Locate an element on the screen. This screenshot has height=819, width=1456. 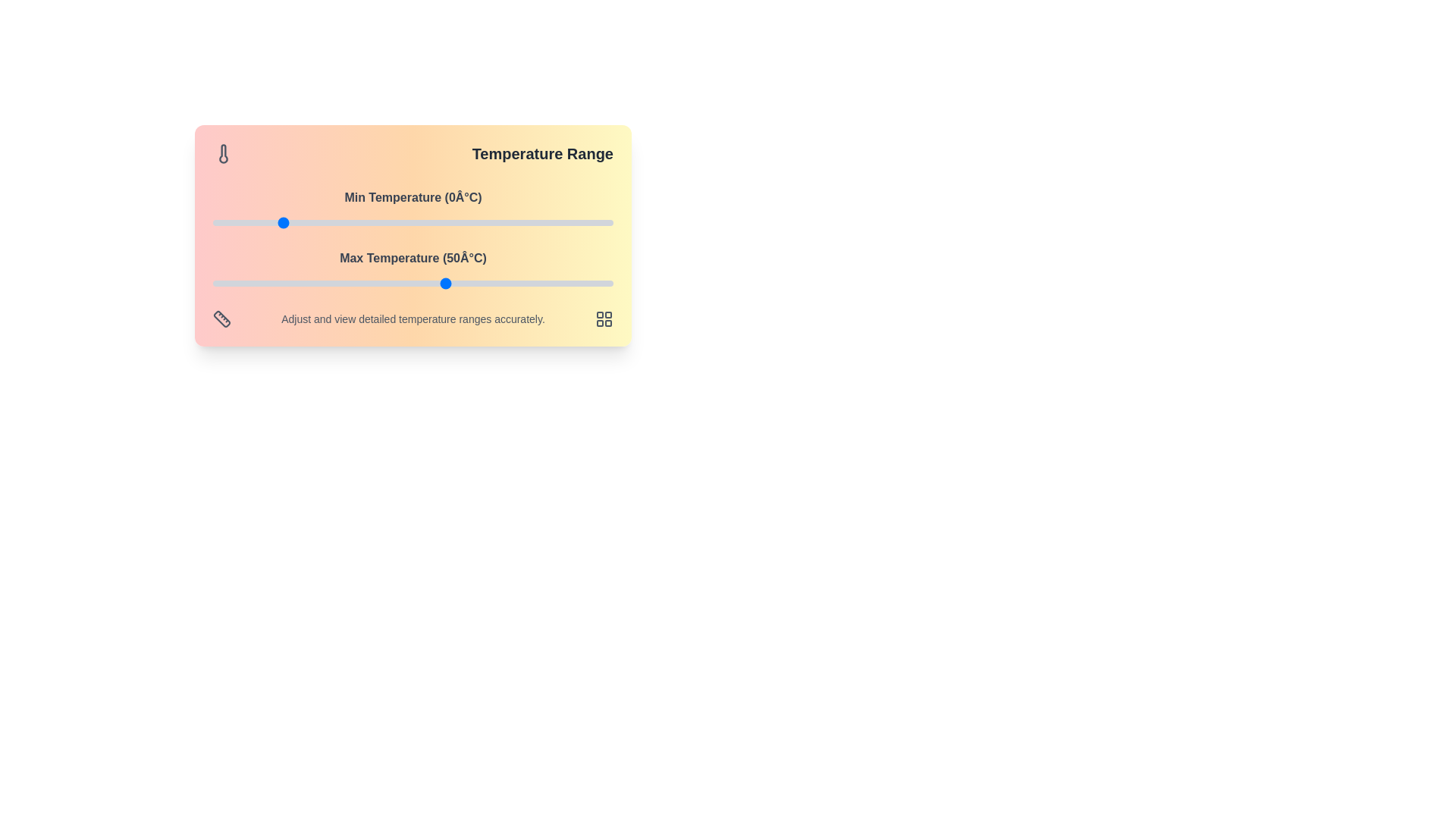
the minimum temperature slider to 71°C is located at coordinates (516, 222).